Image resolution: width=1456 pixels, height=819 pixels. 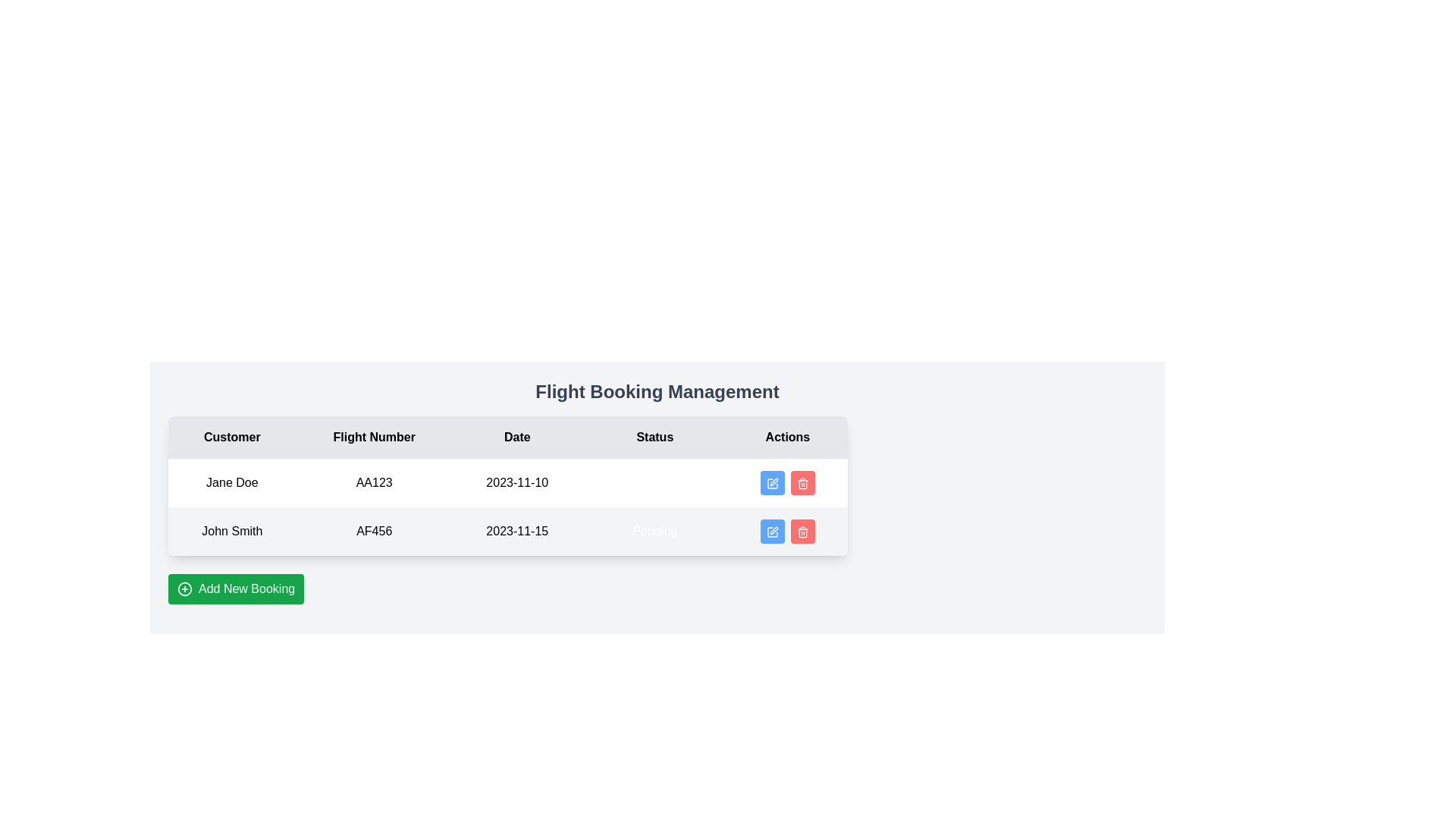 What do you see at coordinates (508, 438) in the screenshot?
I see `text of the 'Date' row header in the table under 'Flight Booking Management'` at bounding box center [508, 438].